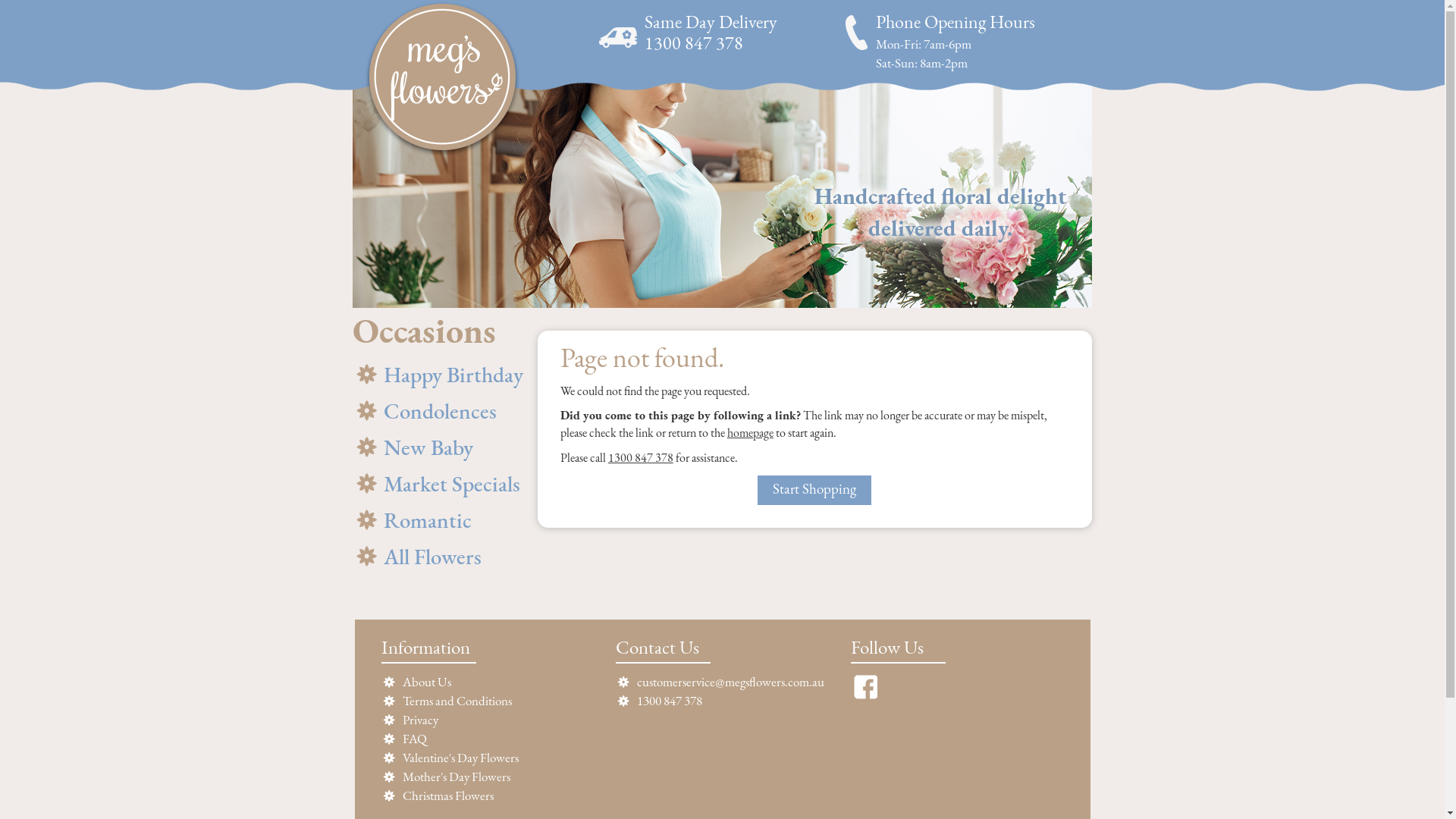 The image size is (1456, 819). I want to click on '1300 847 378', so click(640, 458).